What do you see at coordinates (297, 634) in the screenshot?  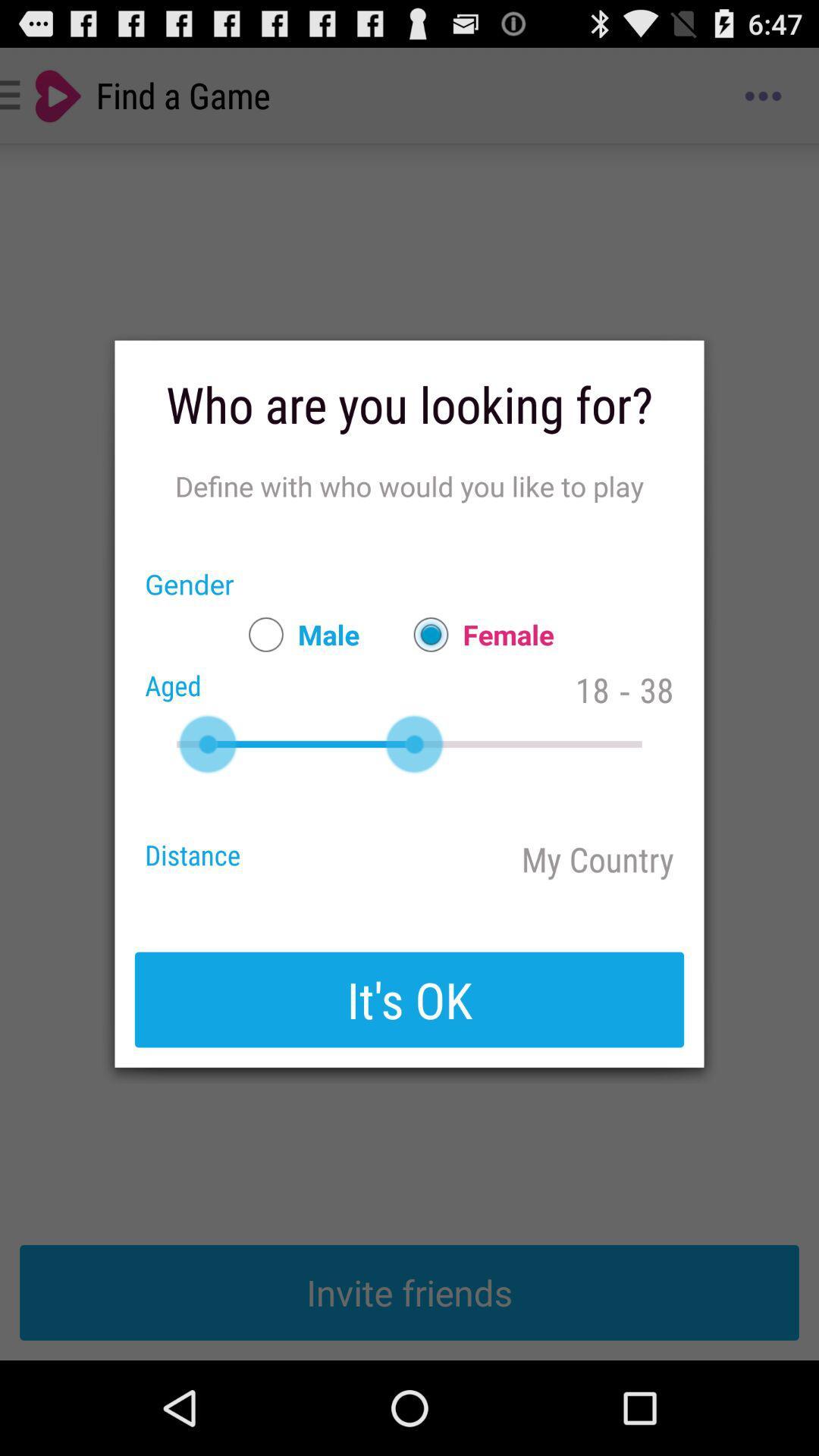 I see `item to the right of gender icon` at bounding box center [297, 634].